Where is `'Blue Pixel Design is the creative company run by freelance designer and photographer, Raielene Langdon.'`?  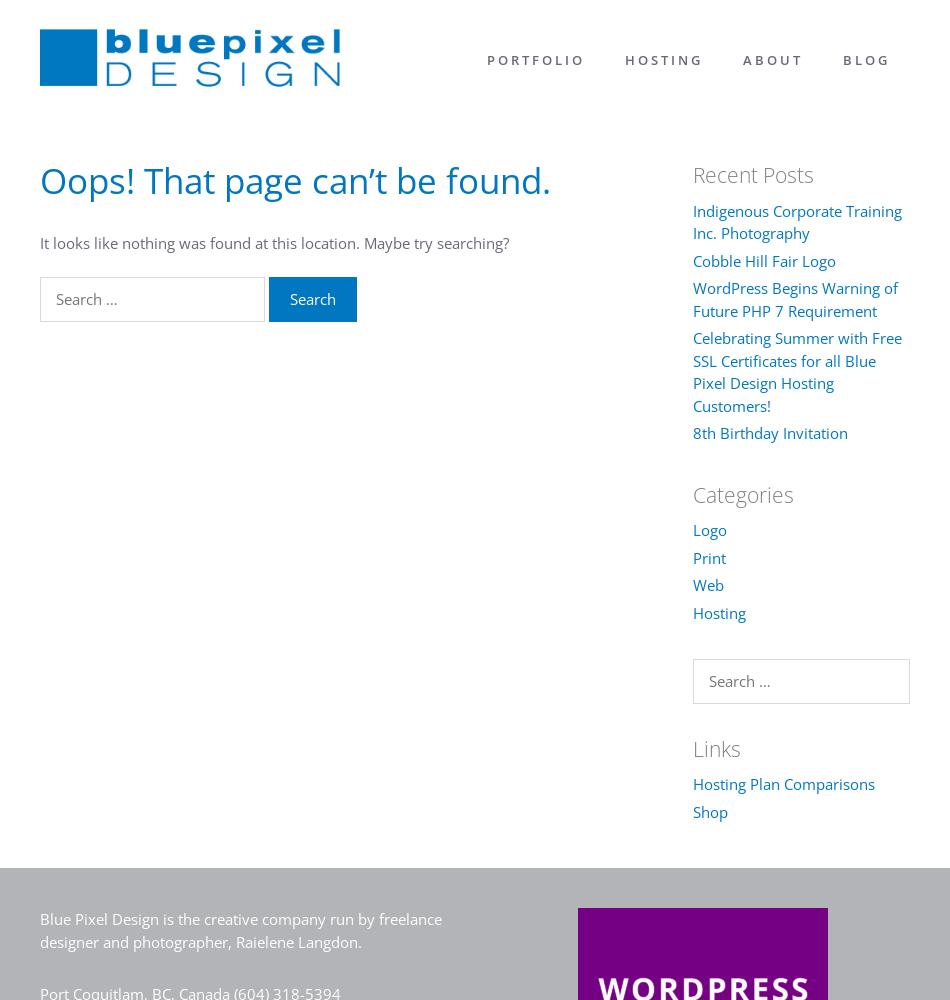 'Blue Pixel Design is the creative company run by freelance designer and photographer, Raielene Langdon.' is located at coordinates (240, 930).